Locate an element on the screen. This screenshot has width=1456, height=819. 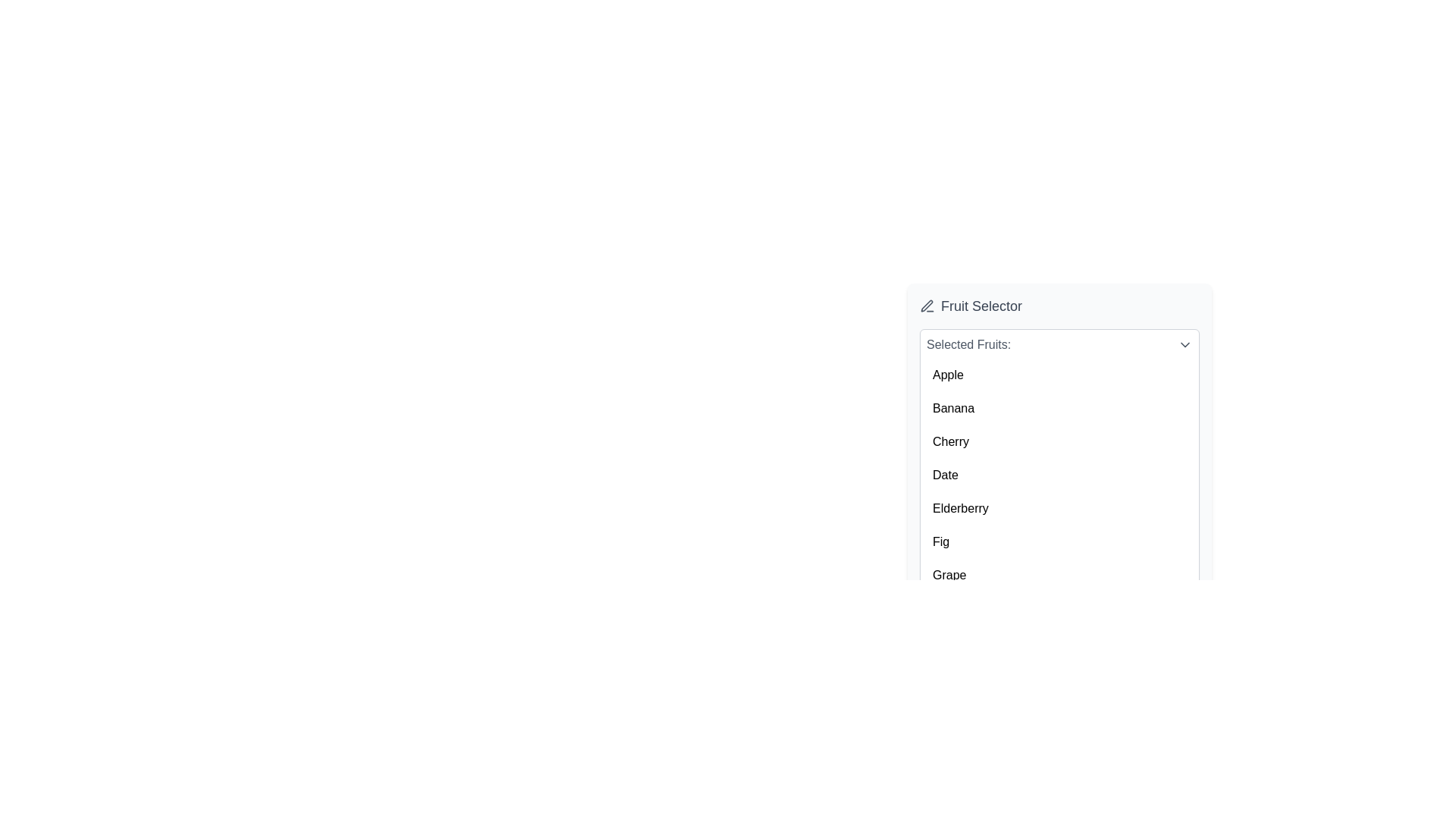
an item from the fruit list in the dropdown-like interface located under the 'Fruit Selector' element in the upper right section of the interface is located at coordinates (1059, 422).